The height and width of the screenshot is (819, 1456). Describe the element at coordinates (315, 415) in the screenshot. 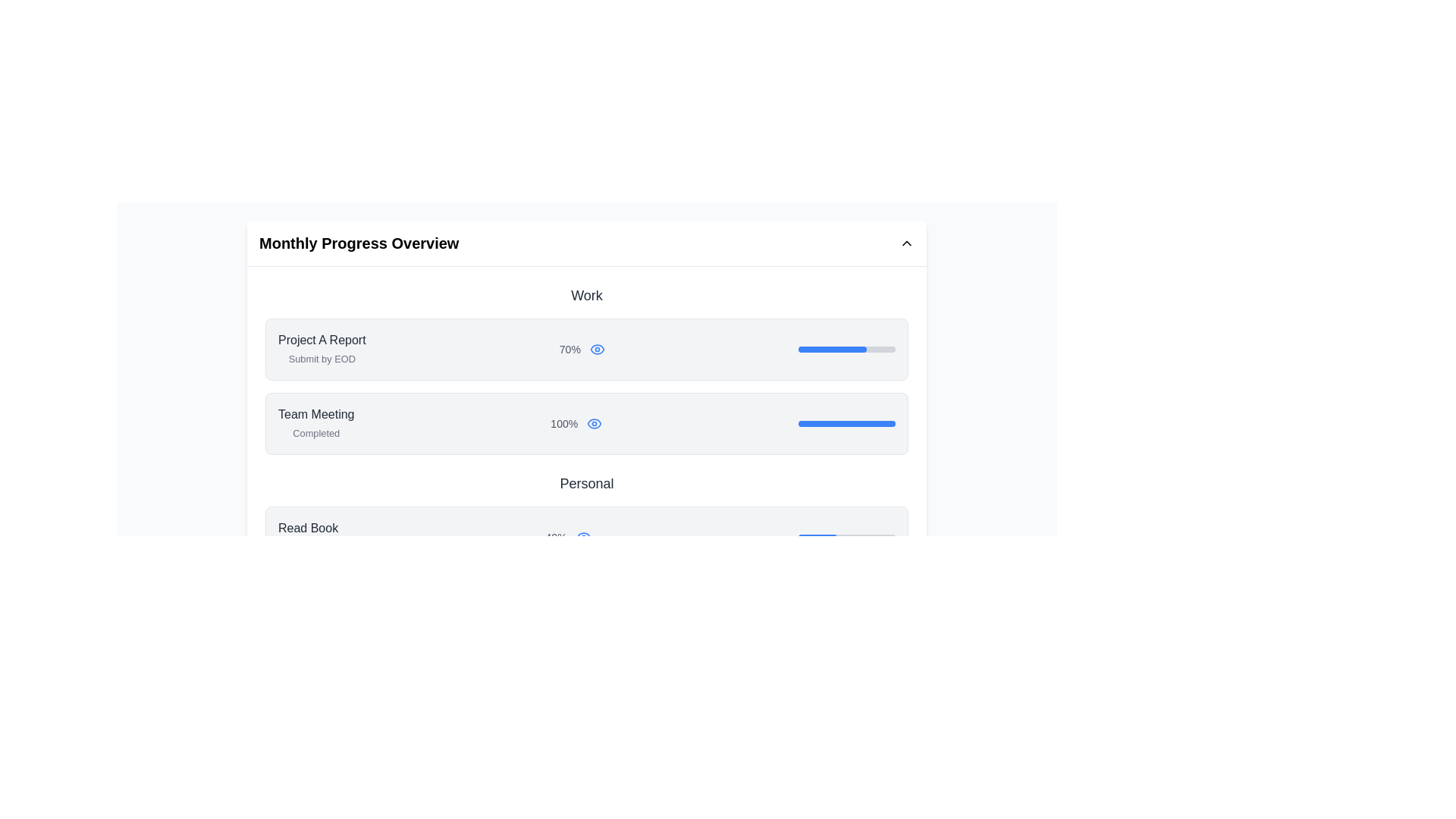

I see `the text label containing 'Team Meeting' which is styled in gray and located in the second entry of the 'Work' list in the 'Monthly Progress Overview' section` at that location.